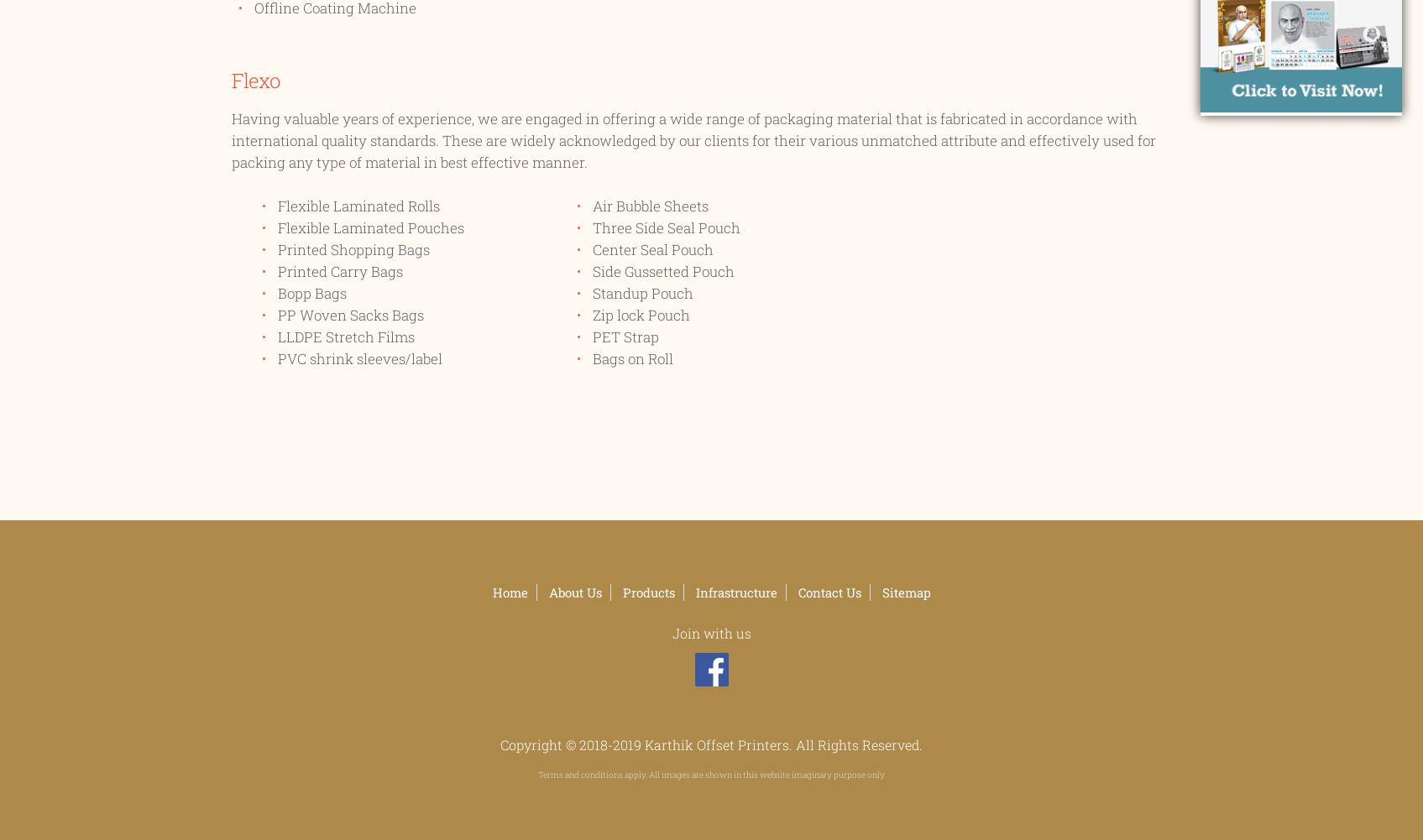 The height and width of the screenshot is (840, 1423). What do you see at coordinates (665, 227) in the screenshot?
I see `'Three Side Seal Pouch'` at bounding box center [665, 227].